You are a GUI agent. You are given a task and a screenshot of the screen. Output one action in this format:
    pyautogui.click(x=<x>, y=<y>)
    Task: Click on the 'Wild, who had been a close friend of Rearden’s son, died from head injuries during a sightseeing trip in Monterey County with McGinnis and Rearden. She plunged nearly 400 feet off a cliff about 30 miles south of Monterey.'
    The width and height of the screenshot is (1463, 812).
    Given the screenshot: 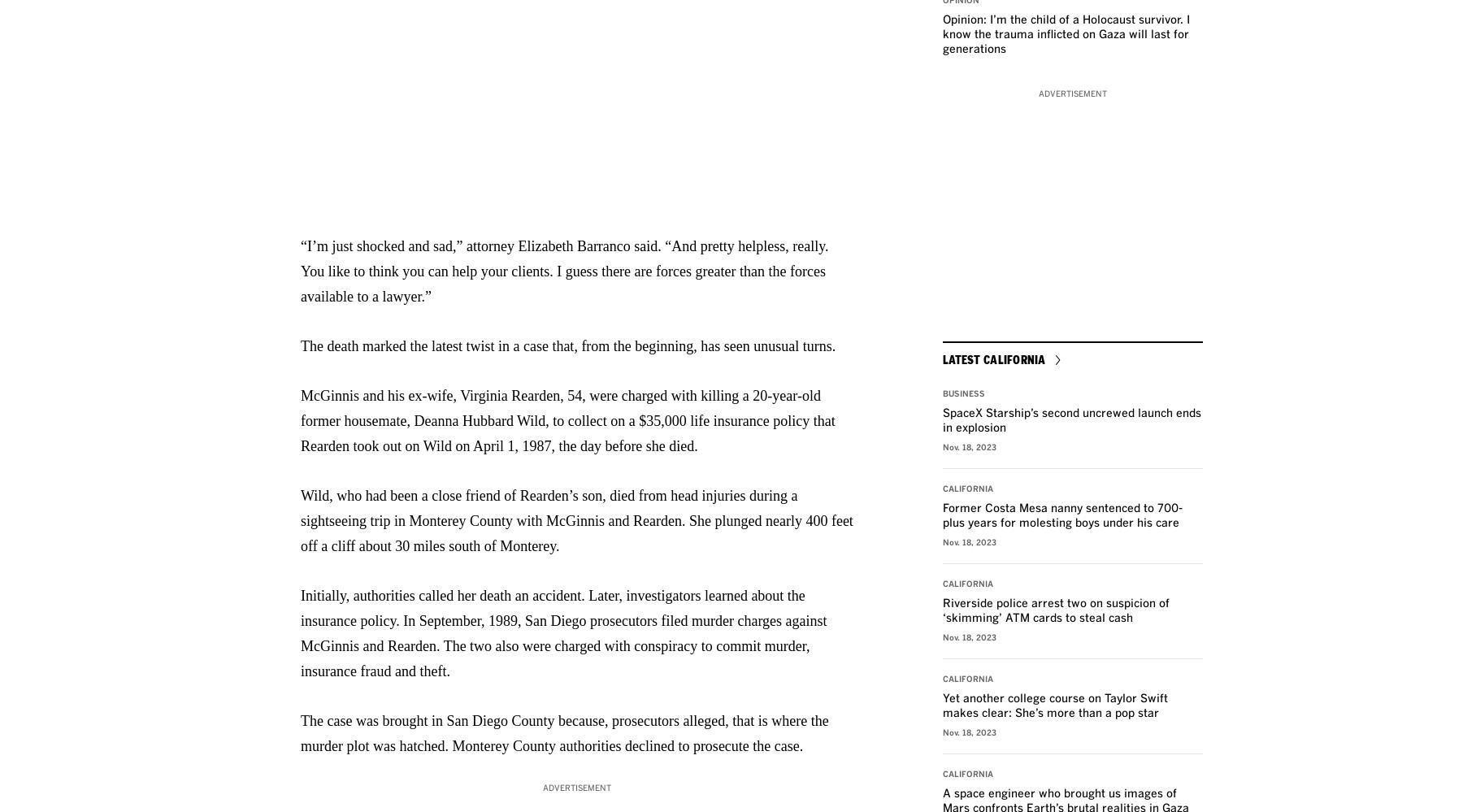 What is the action you would take?
    pyautogui.click(x=575, y=519)
    